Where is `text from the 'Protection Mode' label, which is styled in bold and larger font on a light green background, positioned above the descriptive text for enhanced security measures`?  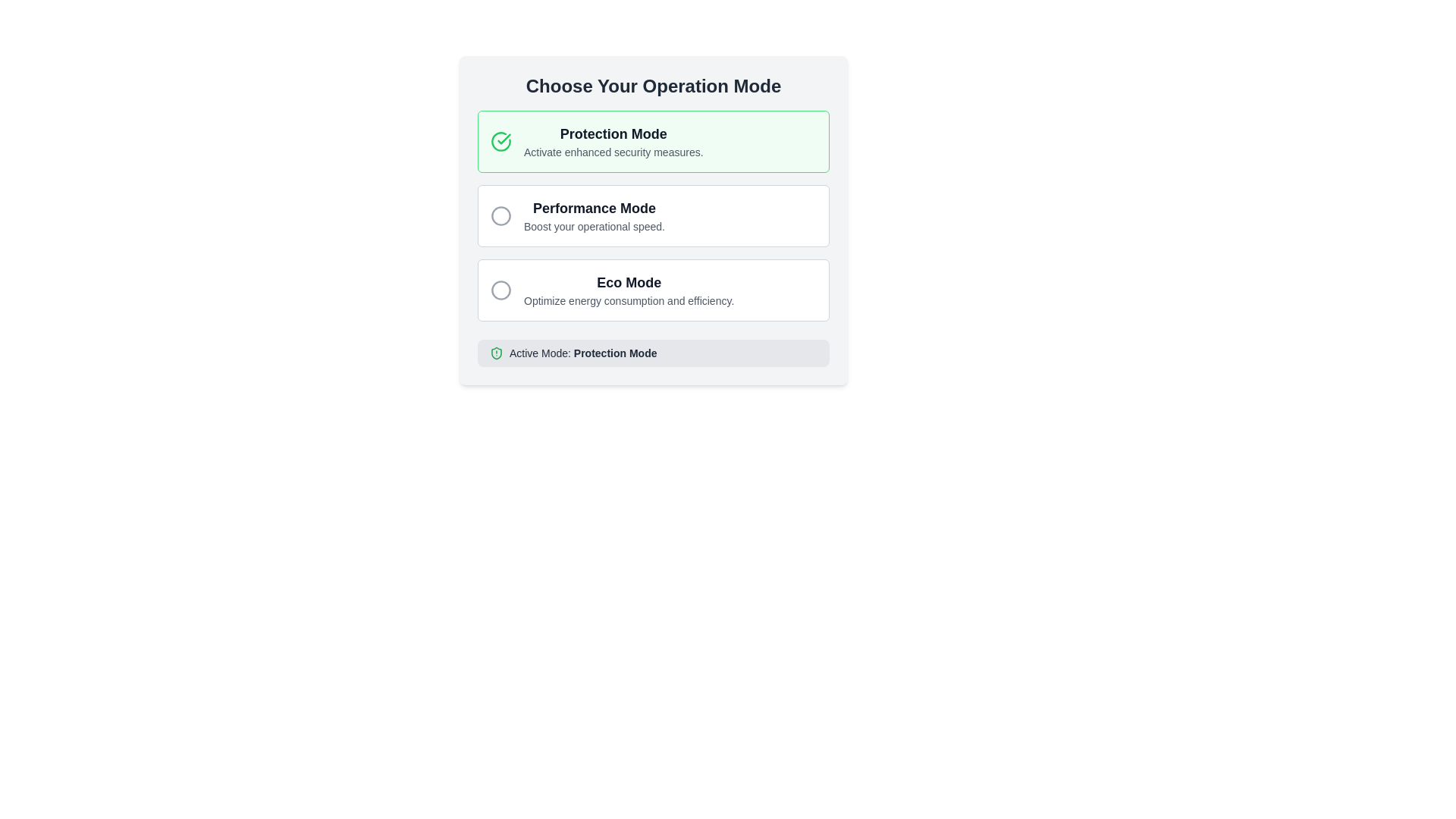 text from the 'Protection Mode' label, which is styled in bold and larger font on a light green background, positioned above the descriptive text for enhanced security measures is located at coordinates (613, 133).